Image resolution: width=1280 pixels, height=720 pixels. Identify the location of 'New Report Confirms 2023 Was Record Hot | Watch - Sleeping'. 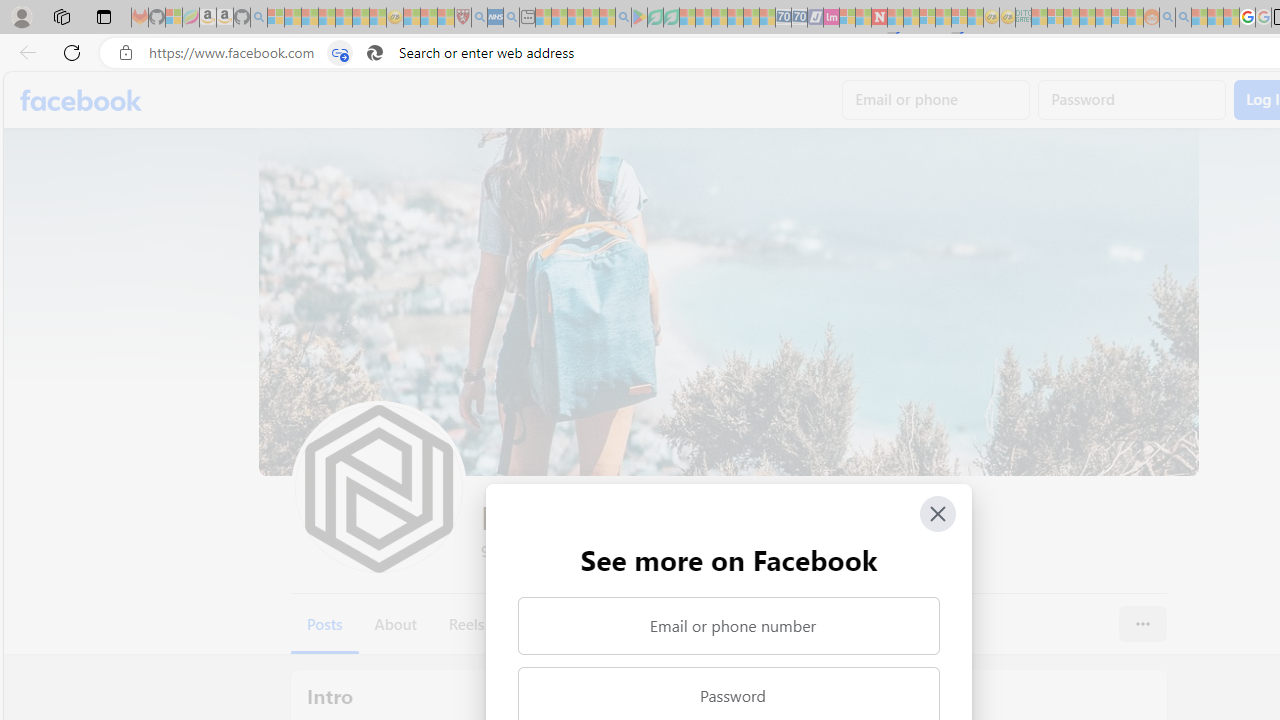
(343, 17).